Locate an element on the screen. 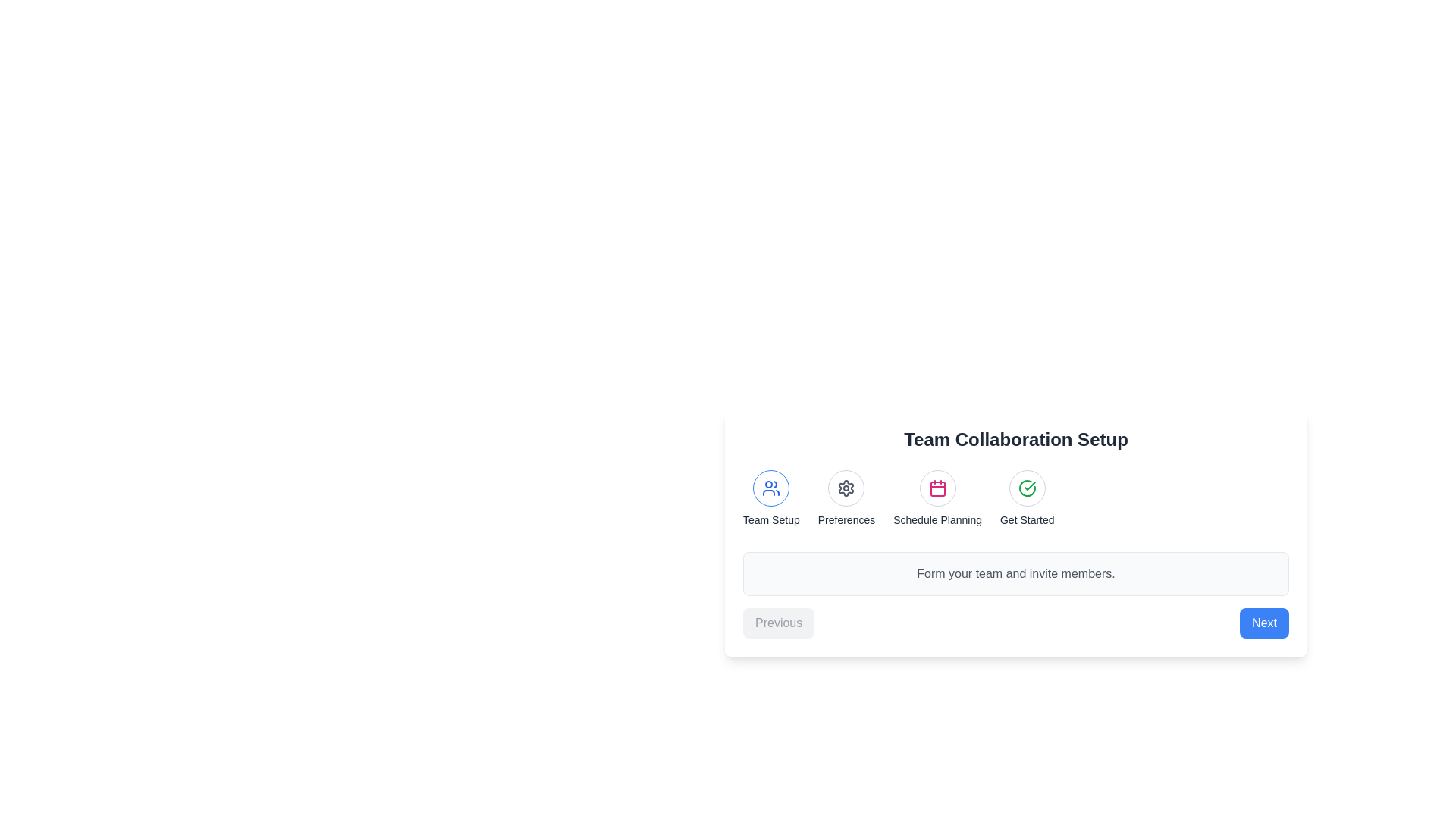 This screenshot has width=1456, height=819. the 'Preferences' text label, which is the second label from the left beneath the settings icon (gear symbol) is located at coordinates (846, 519).